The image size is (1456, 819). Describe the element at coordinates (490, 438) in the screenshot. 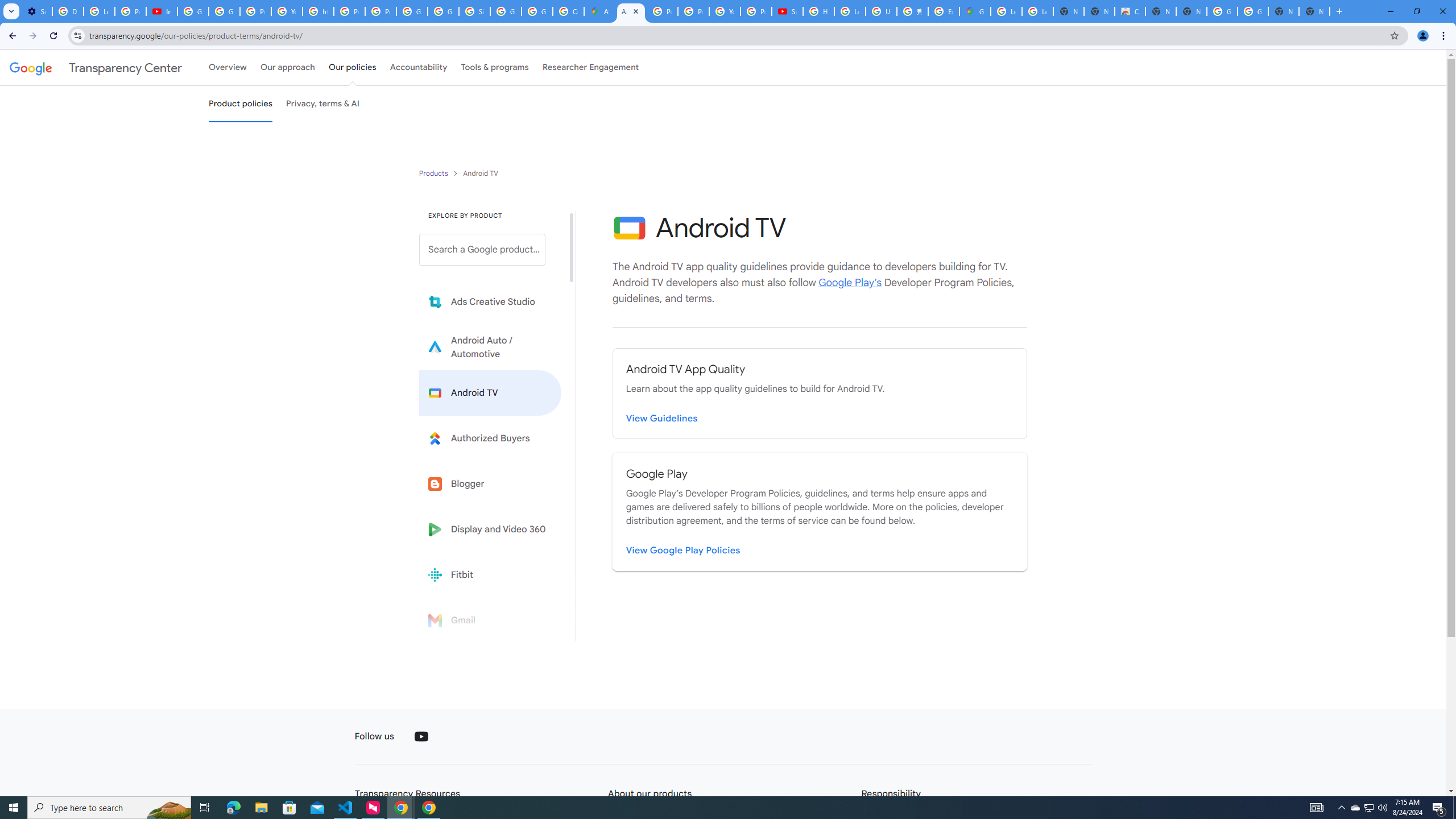

I see `'Learn more about Authorized Buyers'` at that location.